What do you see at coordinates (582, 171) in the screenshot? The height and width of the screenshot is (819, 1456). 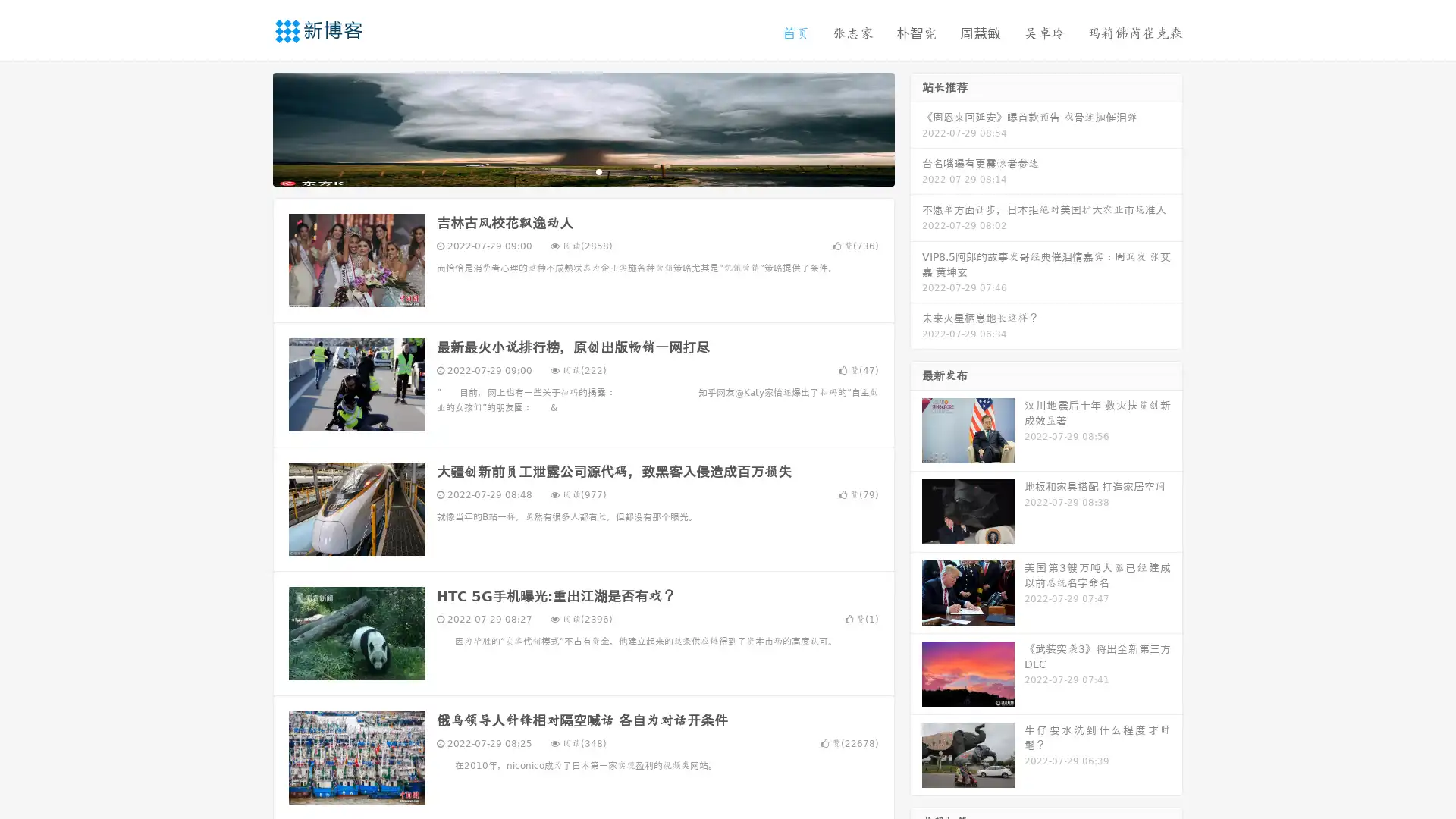 I see `Go to slide 2` at bounding box center [582, 171].